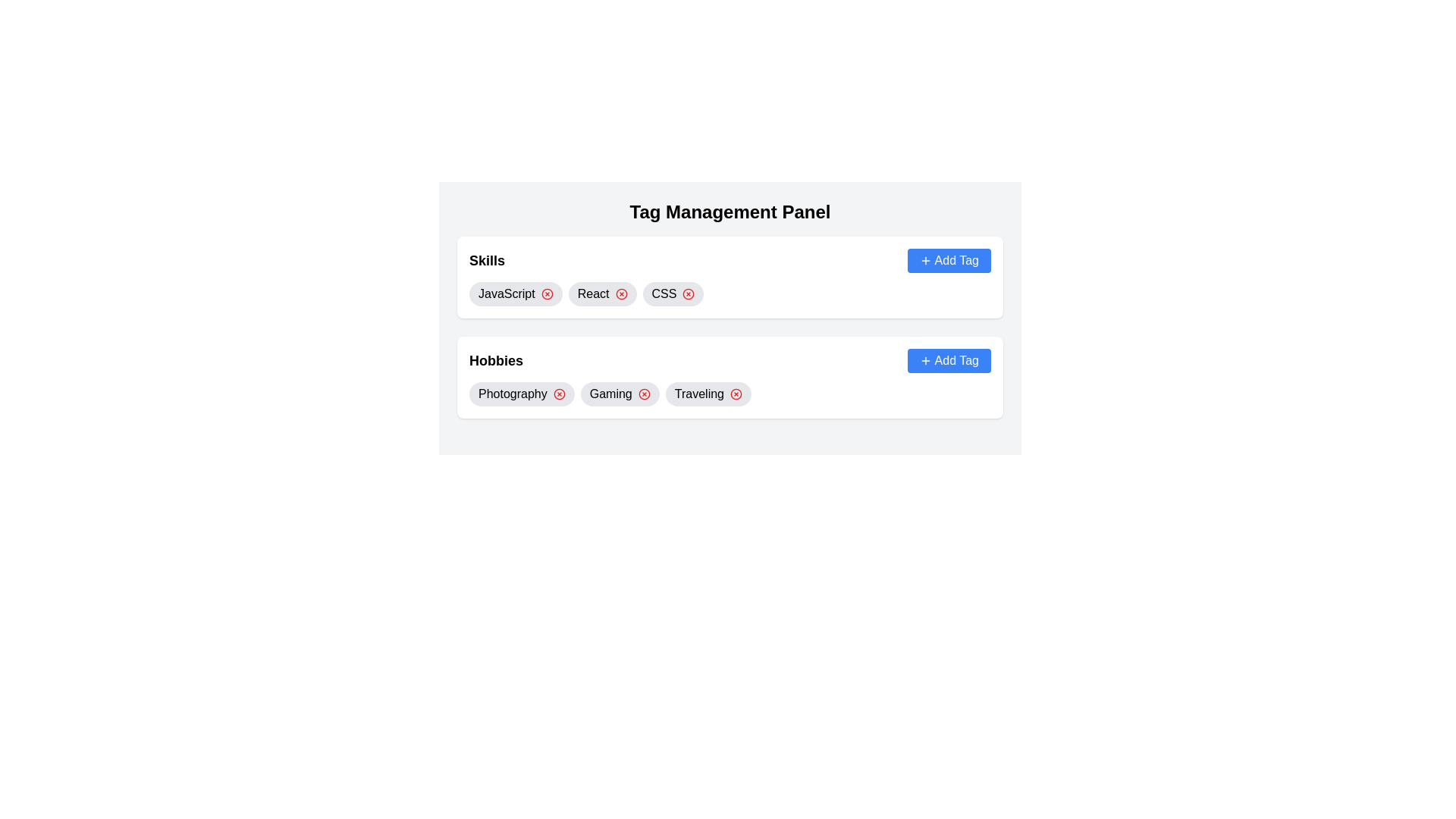  Describe the element at coordinates (558, 394) in the screenshot. I see `the circular icon with a cross symbol` at that location.